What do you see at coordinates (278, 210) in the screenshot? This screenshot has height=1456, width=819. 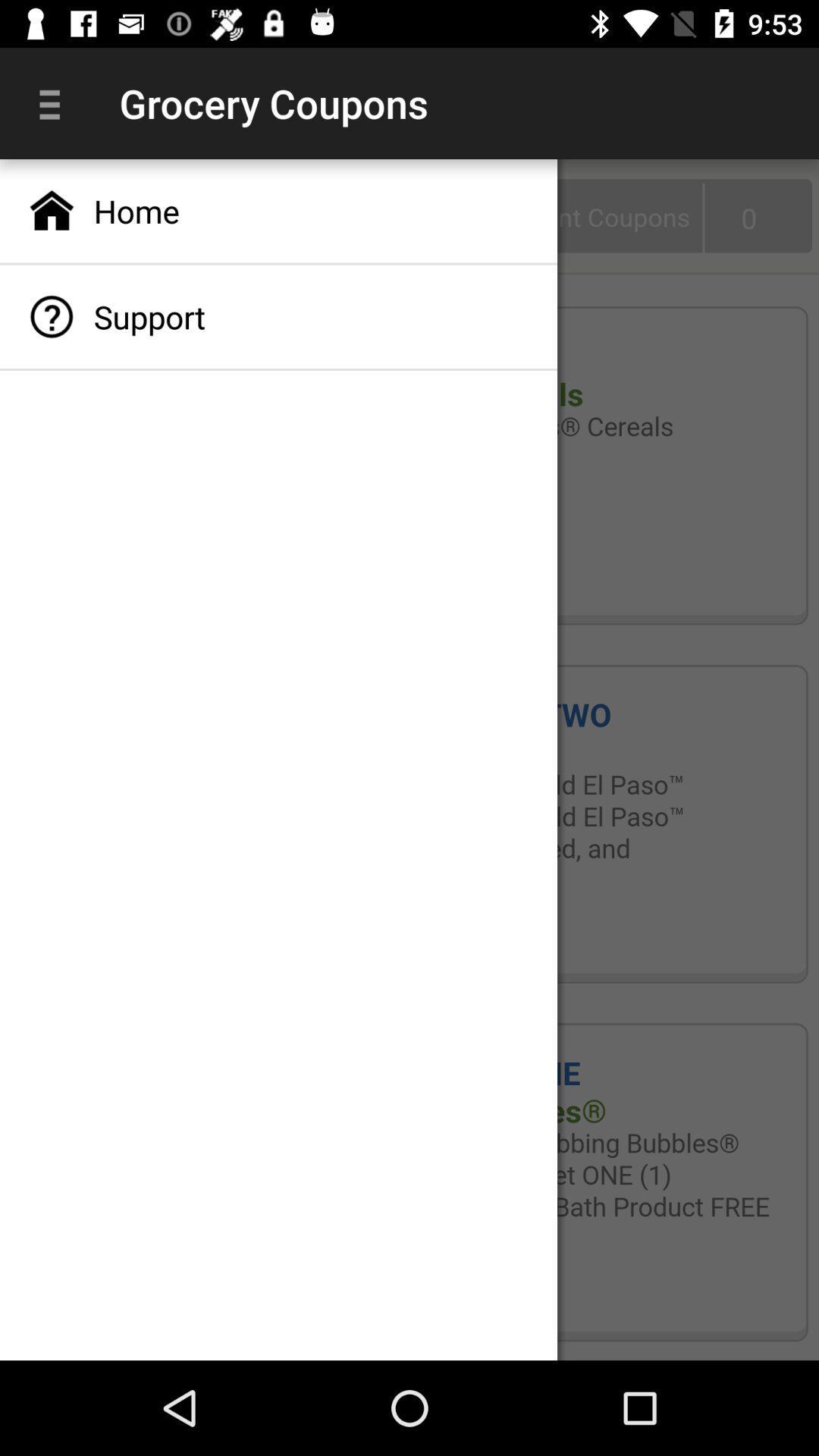 I see `the icon above the support app` at bounding box center [278, 210].